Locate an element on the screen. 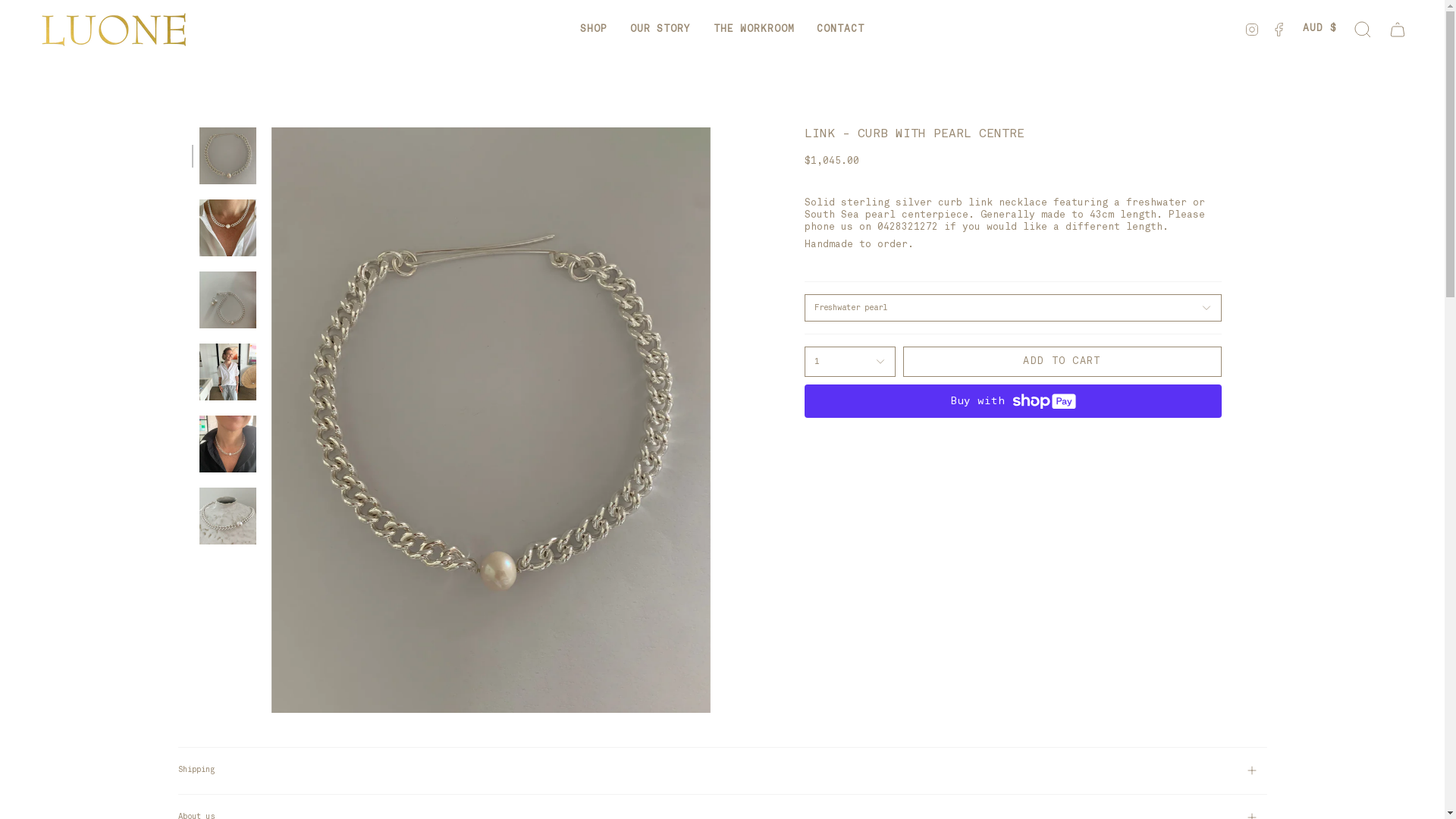 The width and height of the screenshot is (1456, 819). 'CART' is located at coordinates (1397, 29).